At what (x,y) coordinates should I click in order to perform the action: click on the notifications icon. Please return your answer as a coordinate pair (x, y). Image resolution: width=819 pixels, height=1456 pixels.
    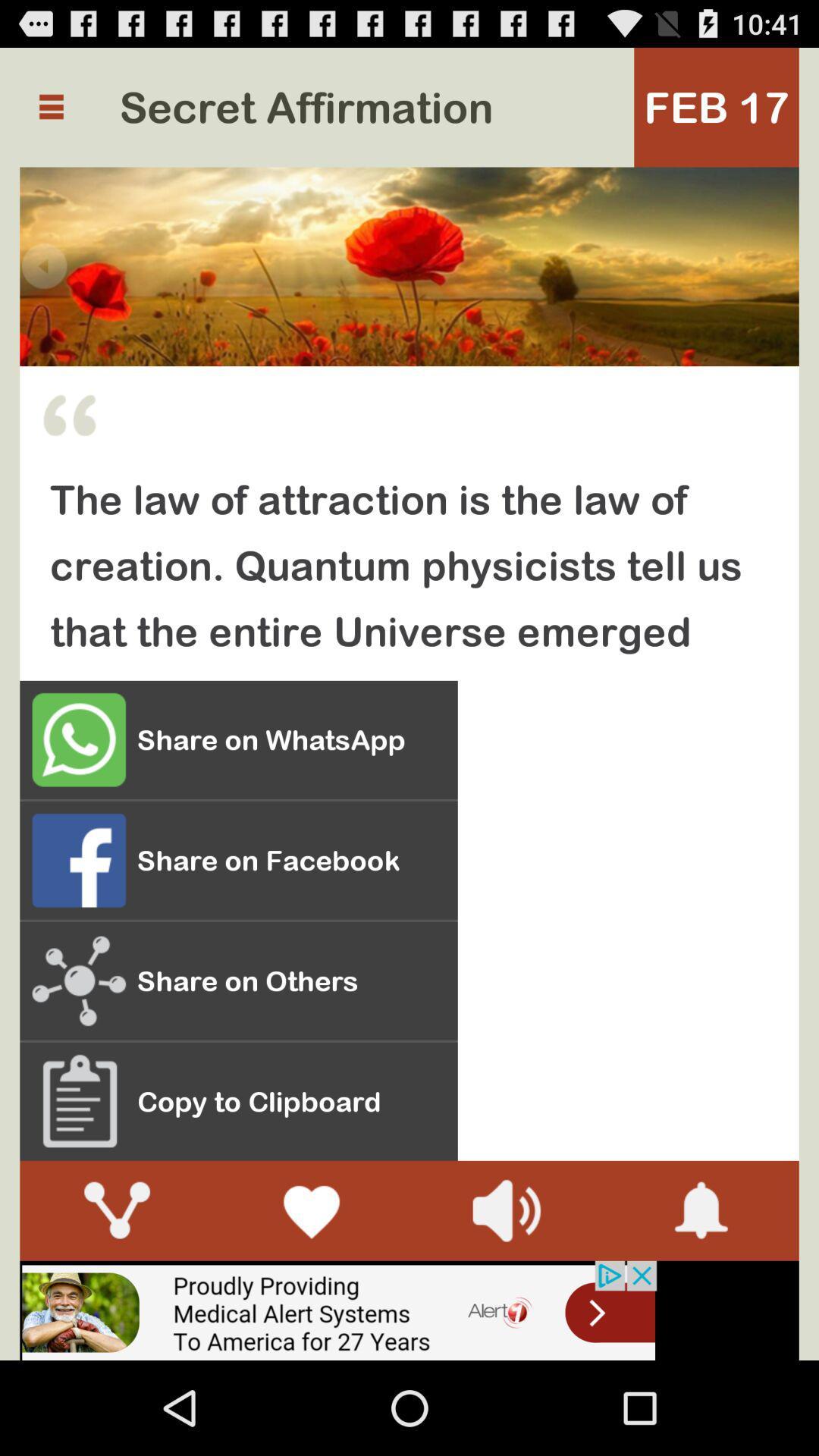
    Looking at the image, I should click on (701, 1294).